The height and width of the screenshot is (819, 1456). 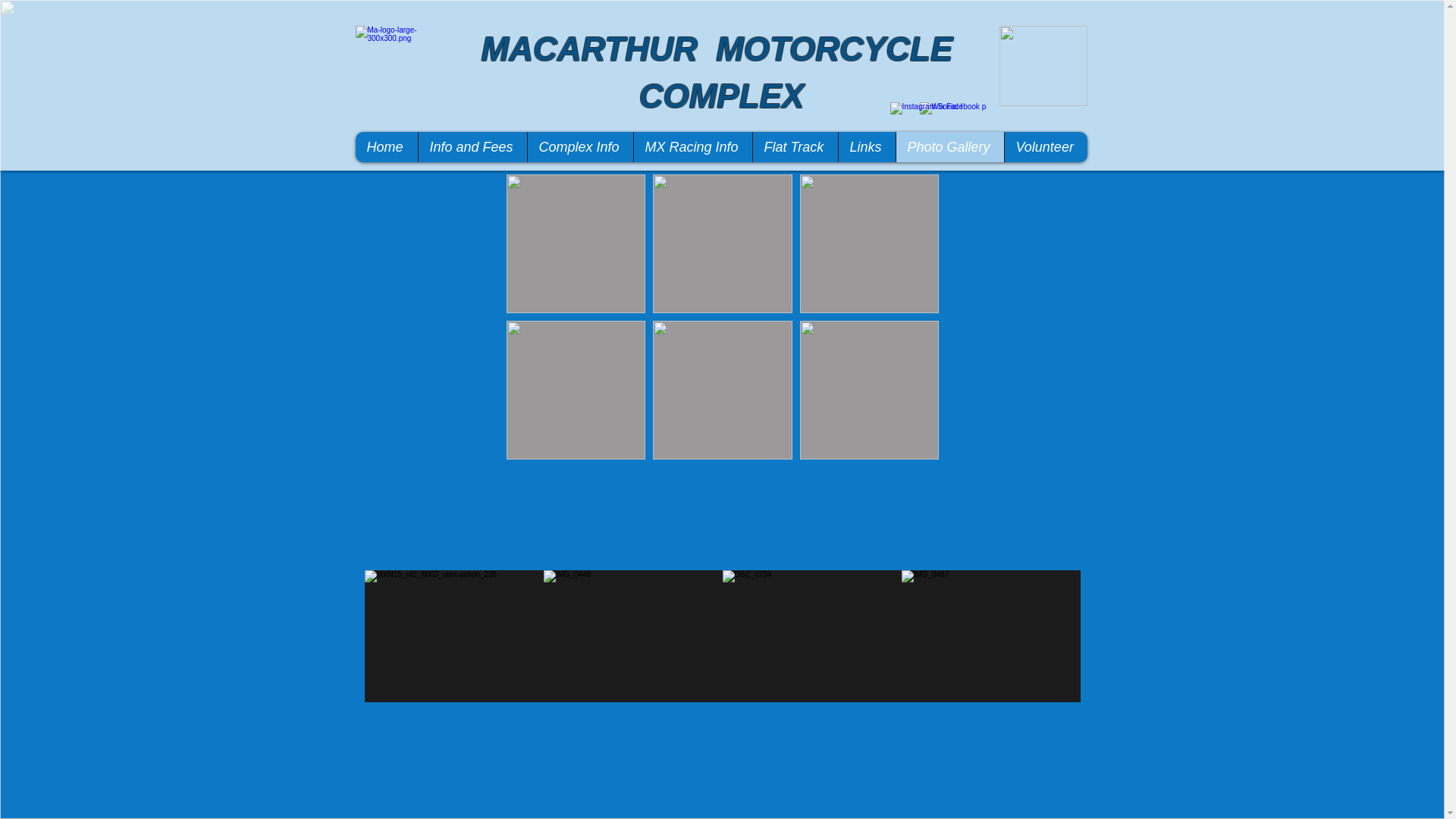 I want to click on 'Photo Gallery', so click(x=895, y=146).